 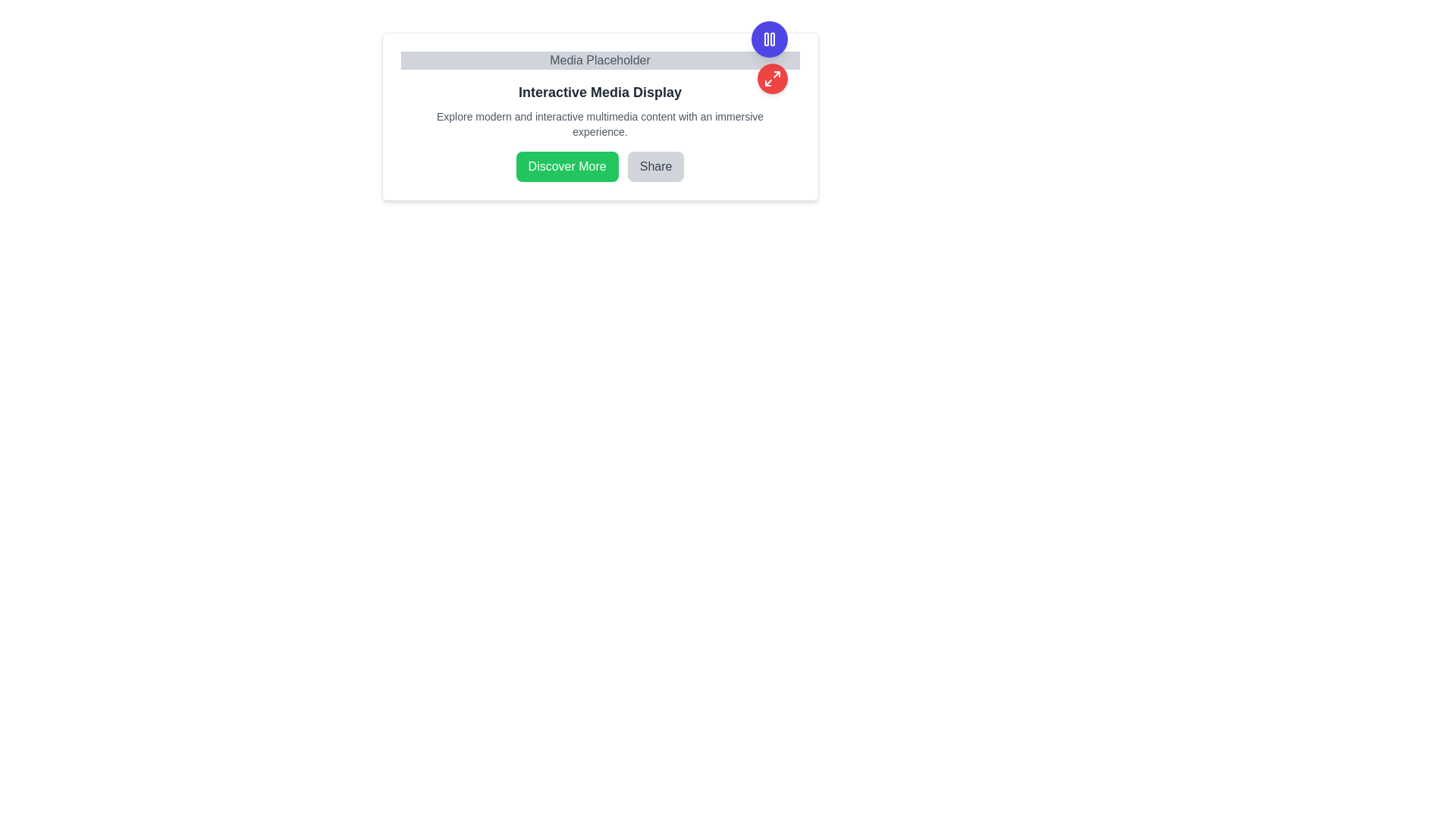 I want to click on the first button in the horizontally aligned group to observe a visual change, so click(x=566, y=166).